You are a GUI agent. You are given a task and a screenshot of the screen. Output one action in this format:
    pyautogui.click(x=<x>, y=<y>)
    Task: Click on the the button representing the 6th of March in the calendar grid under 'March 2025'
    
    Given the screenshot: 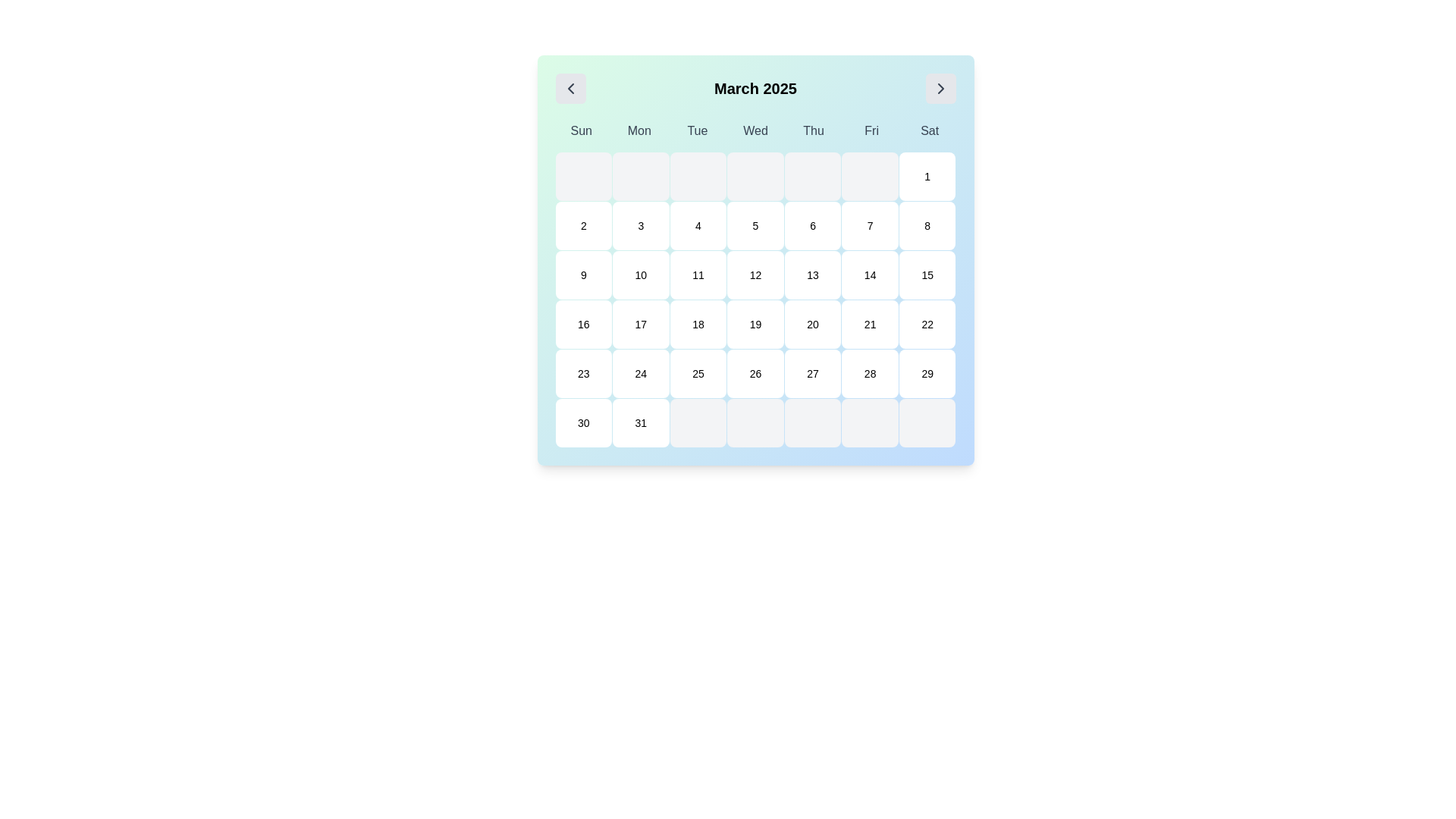 What is the action you would take?
    pyautogui.click(x=812, y=225)
    